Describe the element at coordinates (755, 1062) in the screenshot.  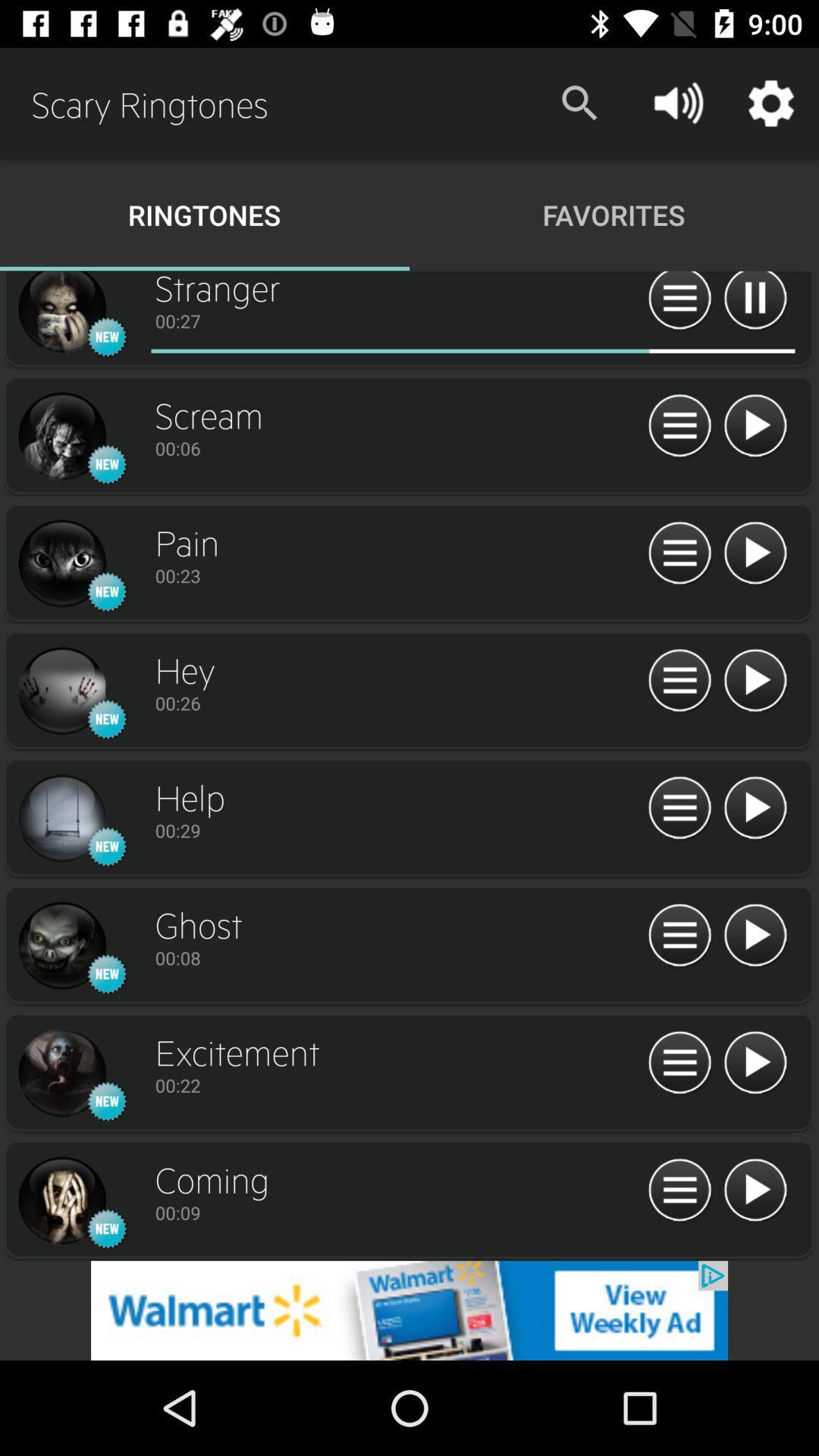
I see `track` at that location.